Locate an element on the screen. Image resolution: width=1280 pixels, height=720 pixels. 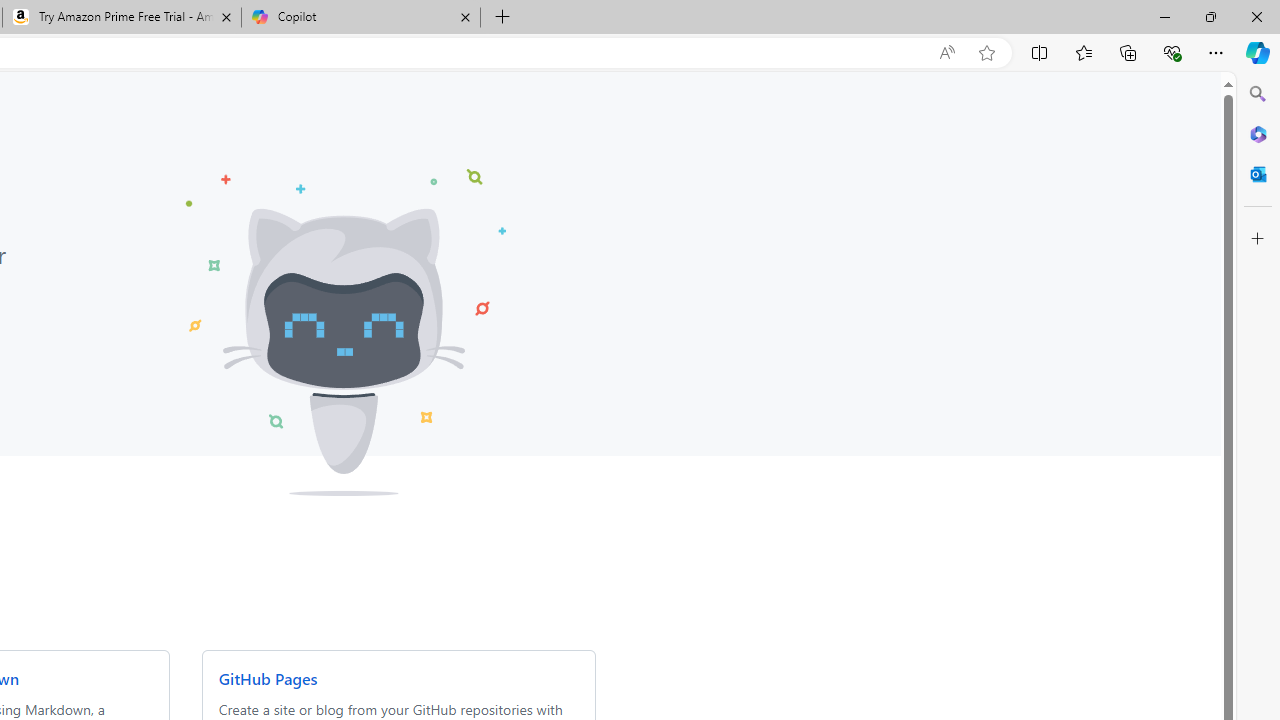
'Copilot' is located at coordinates (360, 17).